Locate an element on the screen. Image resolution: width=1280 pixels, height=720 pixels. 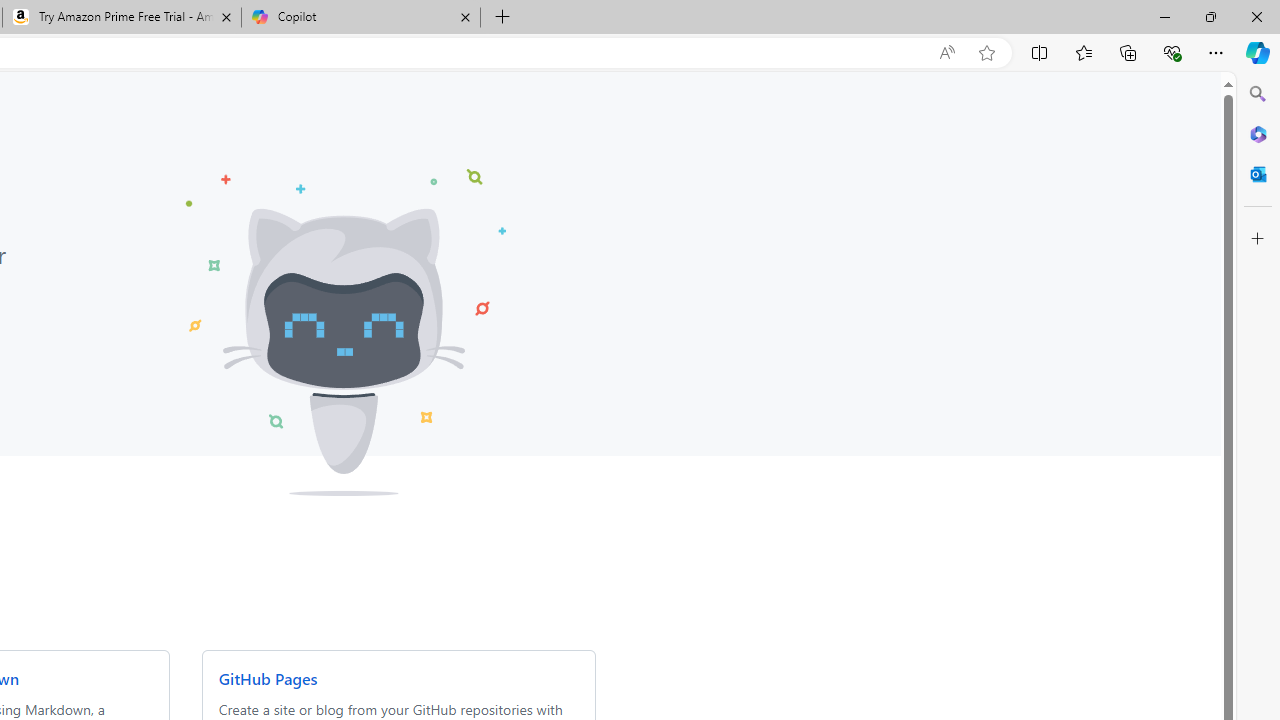
'Copilot' is located at coordinates (360, 17).